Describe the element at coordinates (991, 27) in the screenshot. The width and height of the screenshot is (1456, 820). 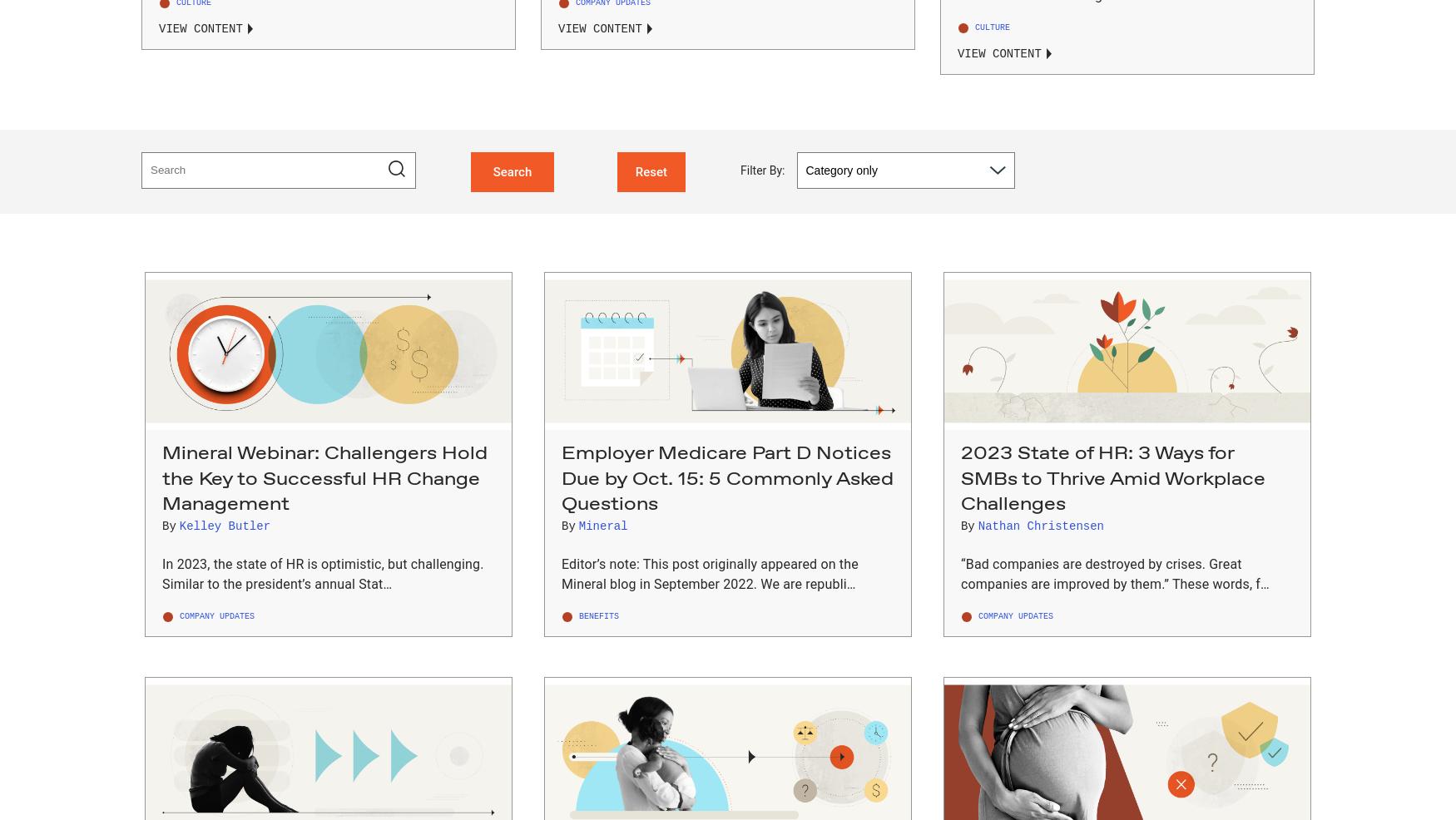
I see `'Culture'` at that location.